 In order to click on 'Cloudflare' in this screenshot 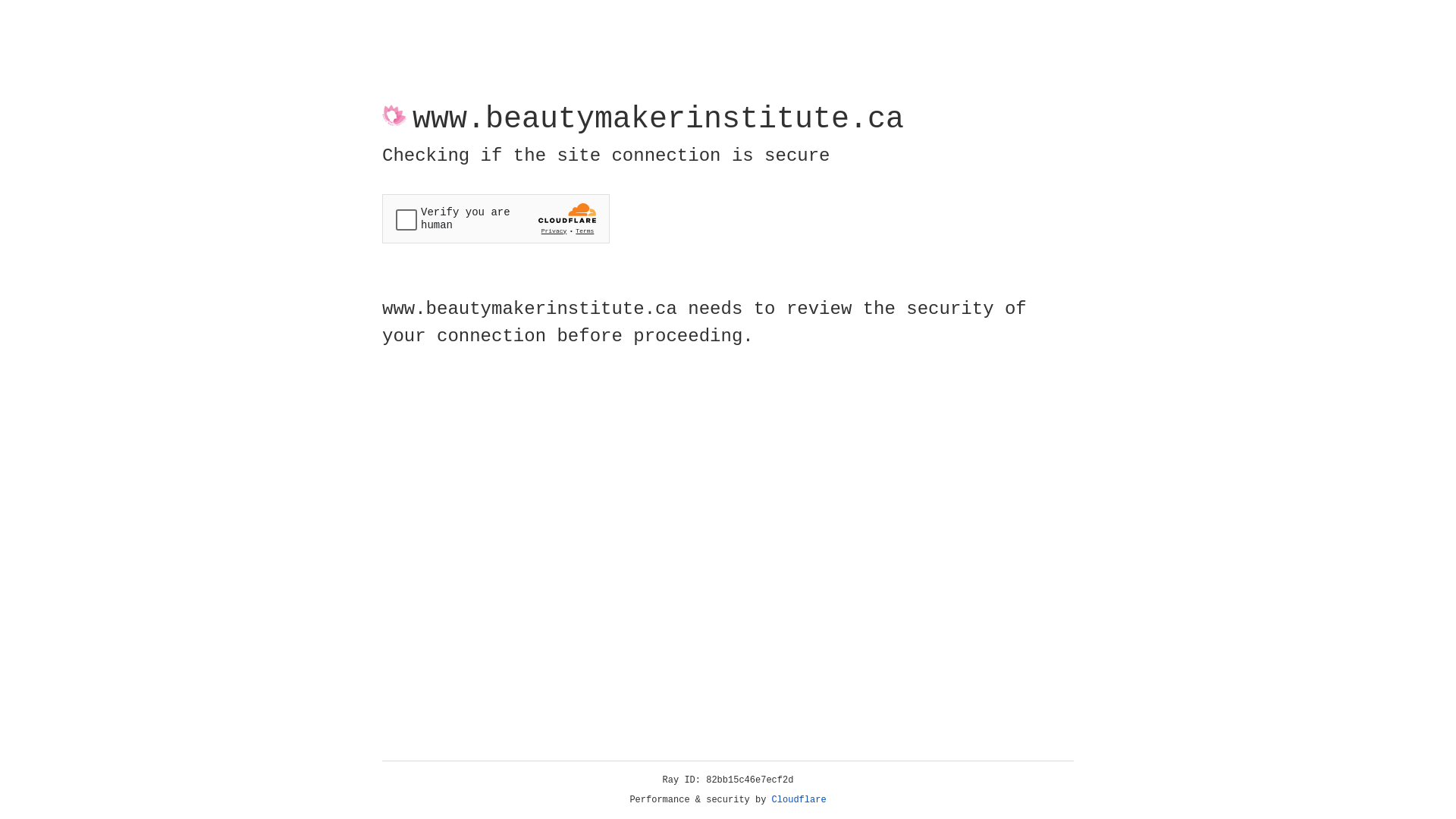, I will do `click(771, 799)`.